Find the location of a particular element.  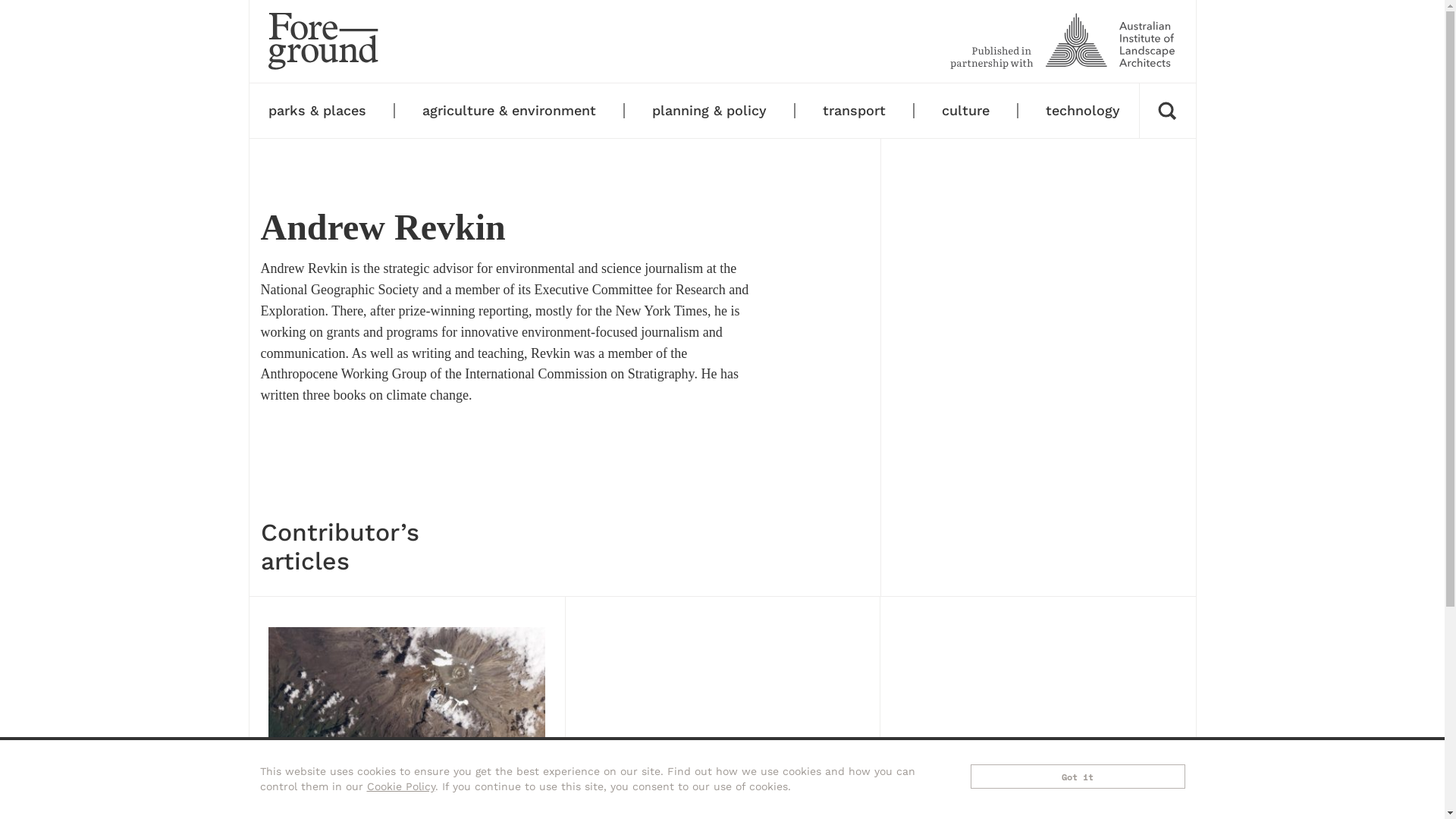

'culture' is located at coordinates (965, 110).